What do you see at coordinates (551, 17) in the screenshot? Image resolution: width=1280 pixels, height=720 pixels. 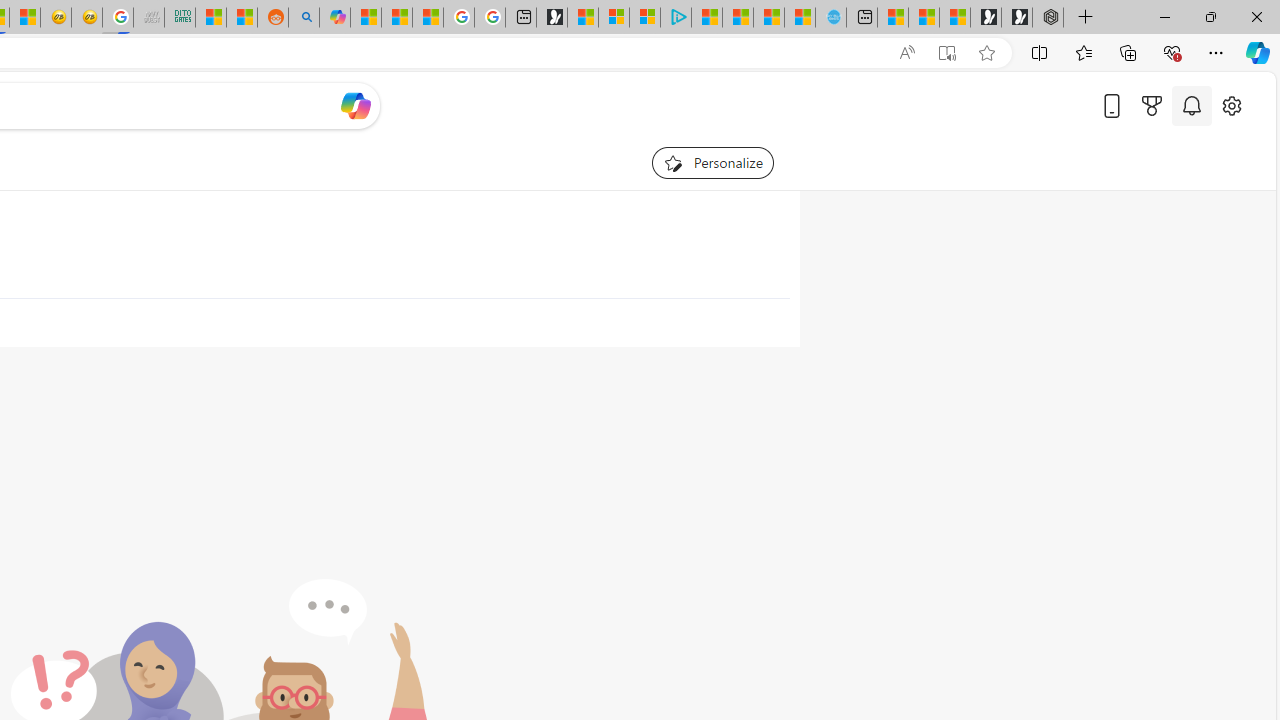 I see `'Microsoft Start Gaming'` at bounding box center [551, 17].